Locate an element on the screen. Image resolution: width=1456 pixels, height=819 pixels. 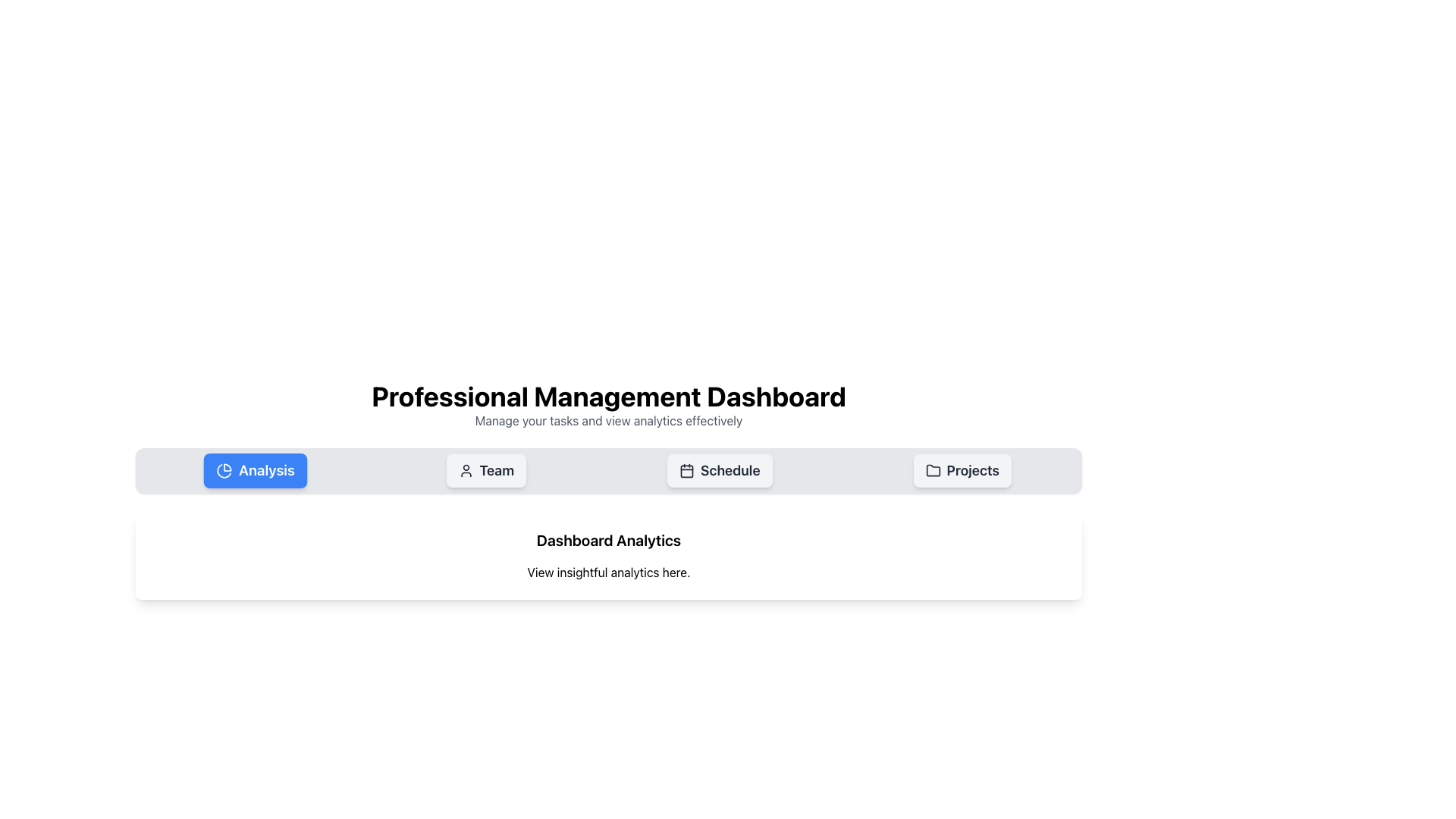
the decorative graphical icon located to the left of the 'Analysis' button text is located at coordinates (223, 470).